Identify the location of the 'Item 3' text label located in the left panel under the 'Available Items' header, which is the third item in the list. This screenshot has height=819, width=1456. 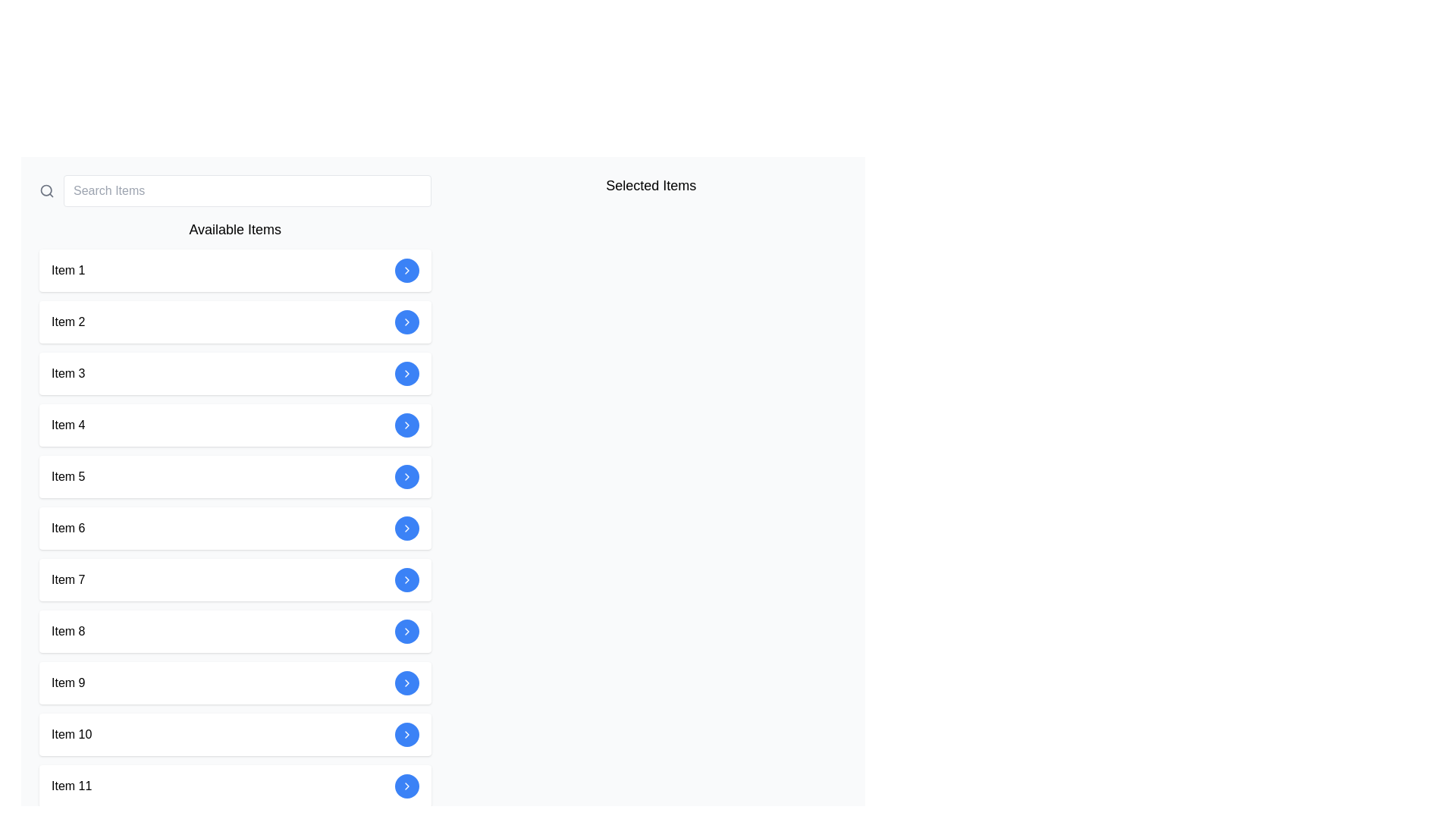
(67, 374).